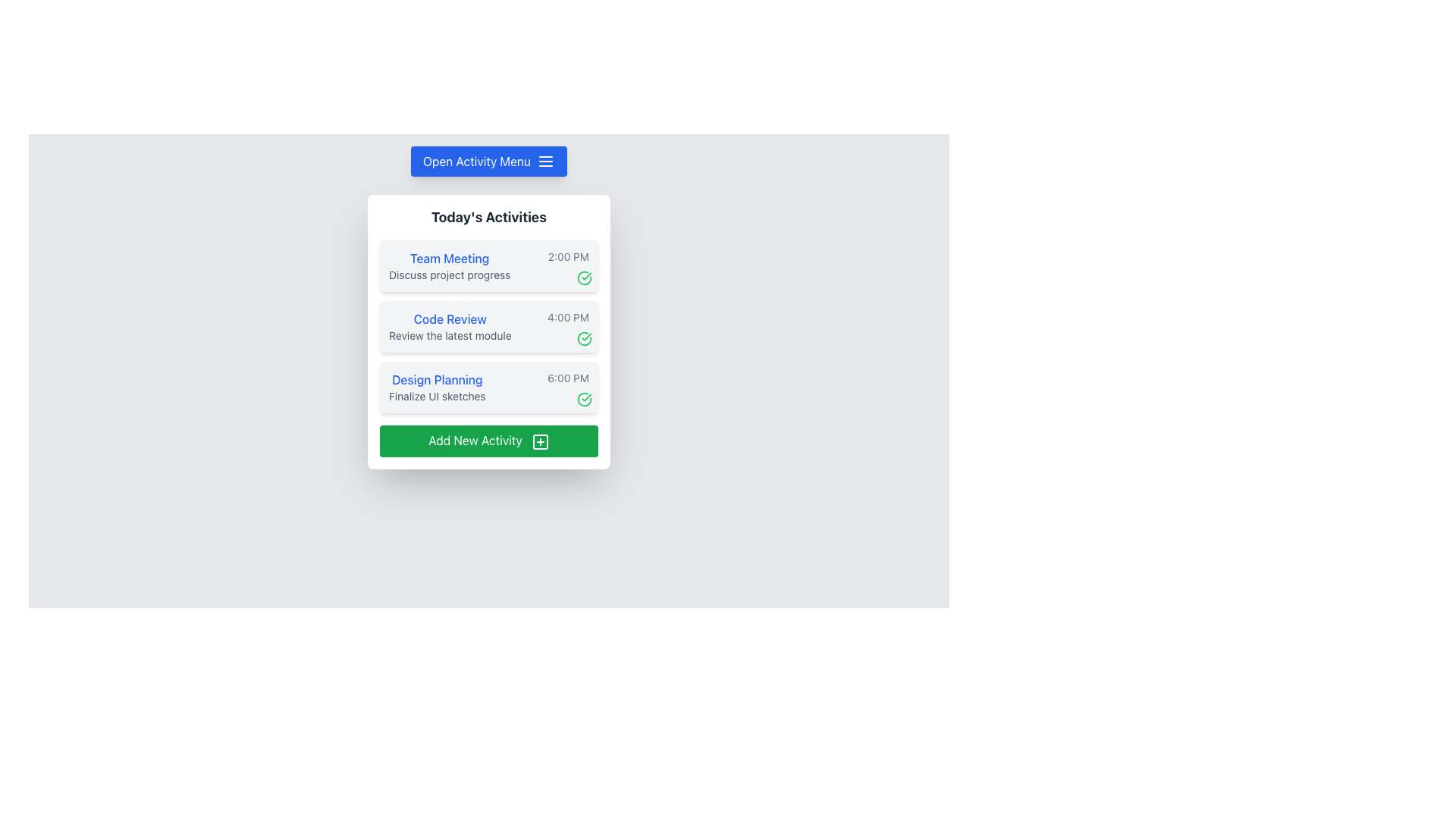 The image size is (1456, 819). What do you see at coordinates (546, 161) in the screenshot?
I see `the menu icon consisting of three horizontally aligned lines` at bounding box center [546, 161].